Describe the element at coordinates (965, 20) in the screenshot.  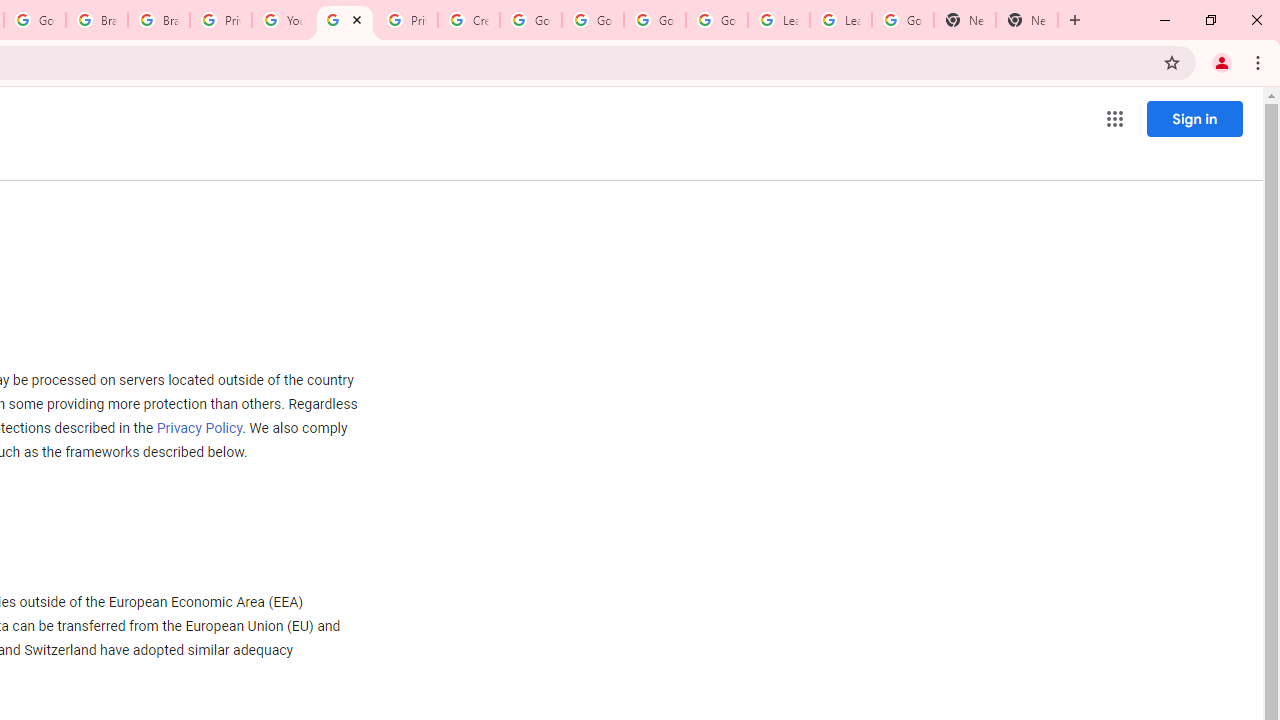
I see `'New Tab'` at that location.